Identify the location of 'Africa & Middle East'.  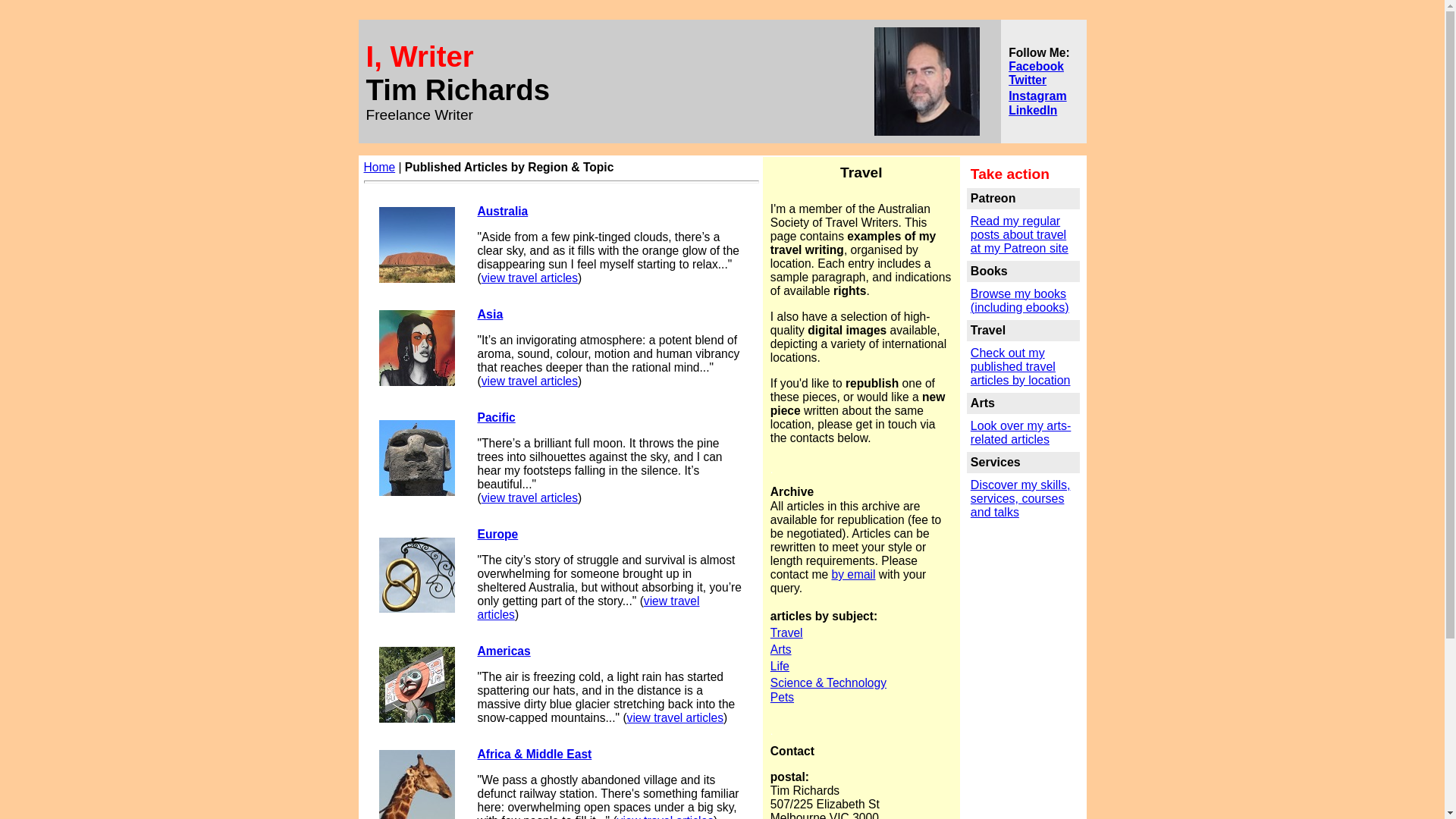
(535, 754).